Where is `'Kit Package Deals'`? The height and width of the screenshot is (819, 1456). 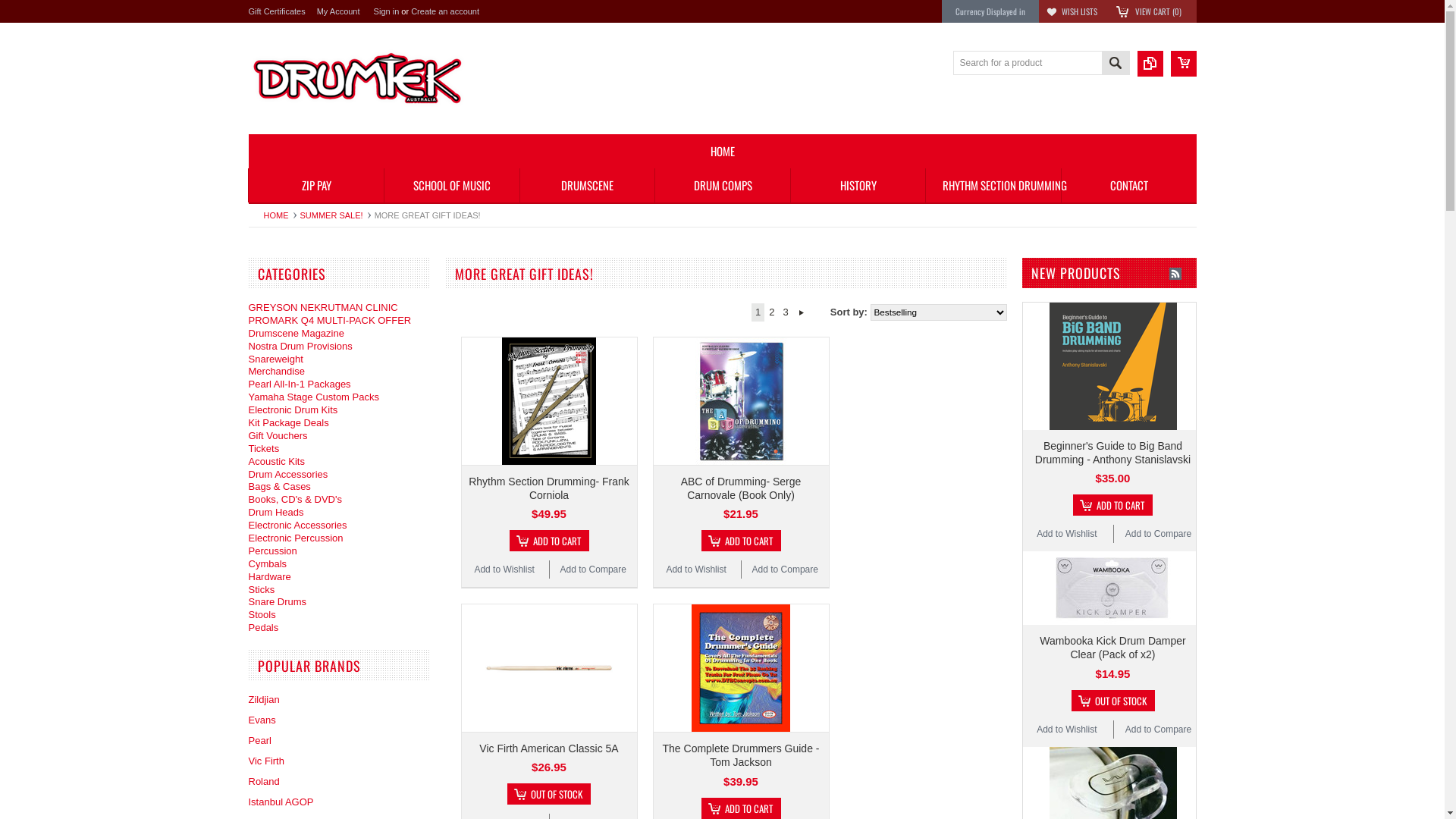
'Kit Package Deals' is located at coordinates (288, 422).